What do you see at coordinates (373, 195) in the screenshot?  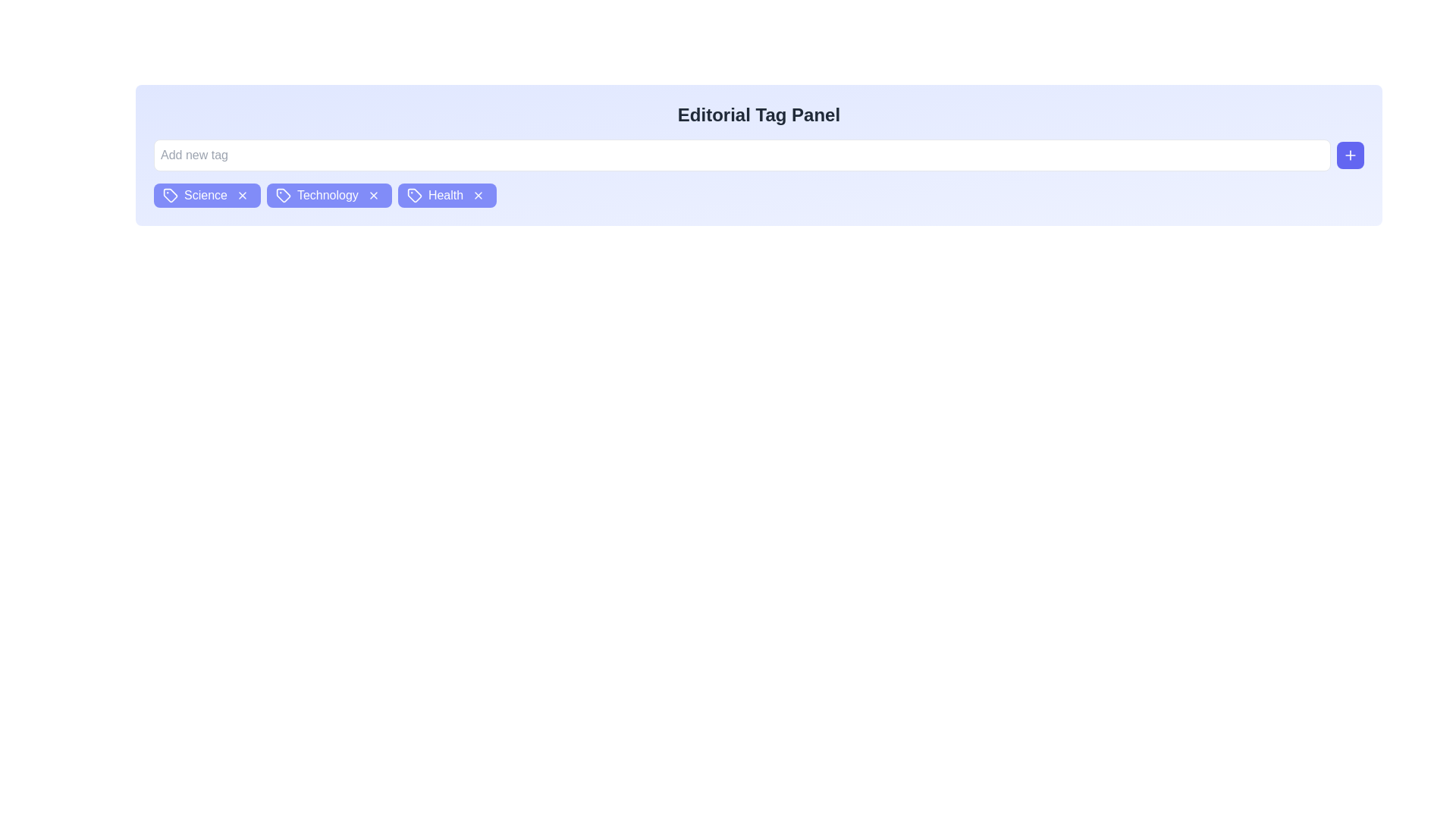 I see `the button with a minimalist 'X' design in white on a blue circular background, located to the right of the 'Technology' tag` at bounding box center [373, 195].